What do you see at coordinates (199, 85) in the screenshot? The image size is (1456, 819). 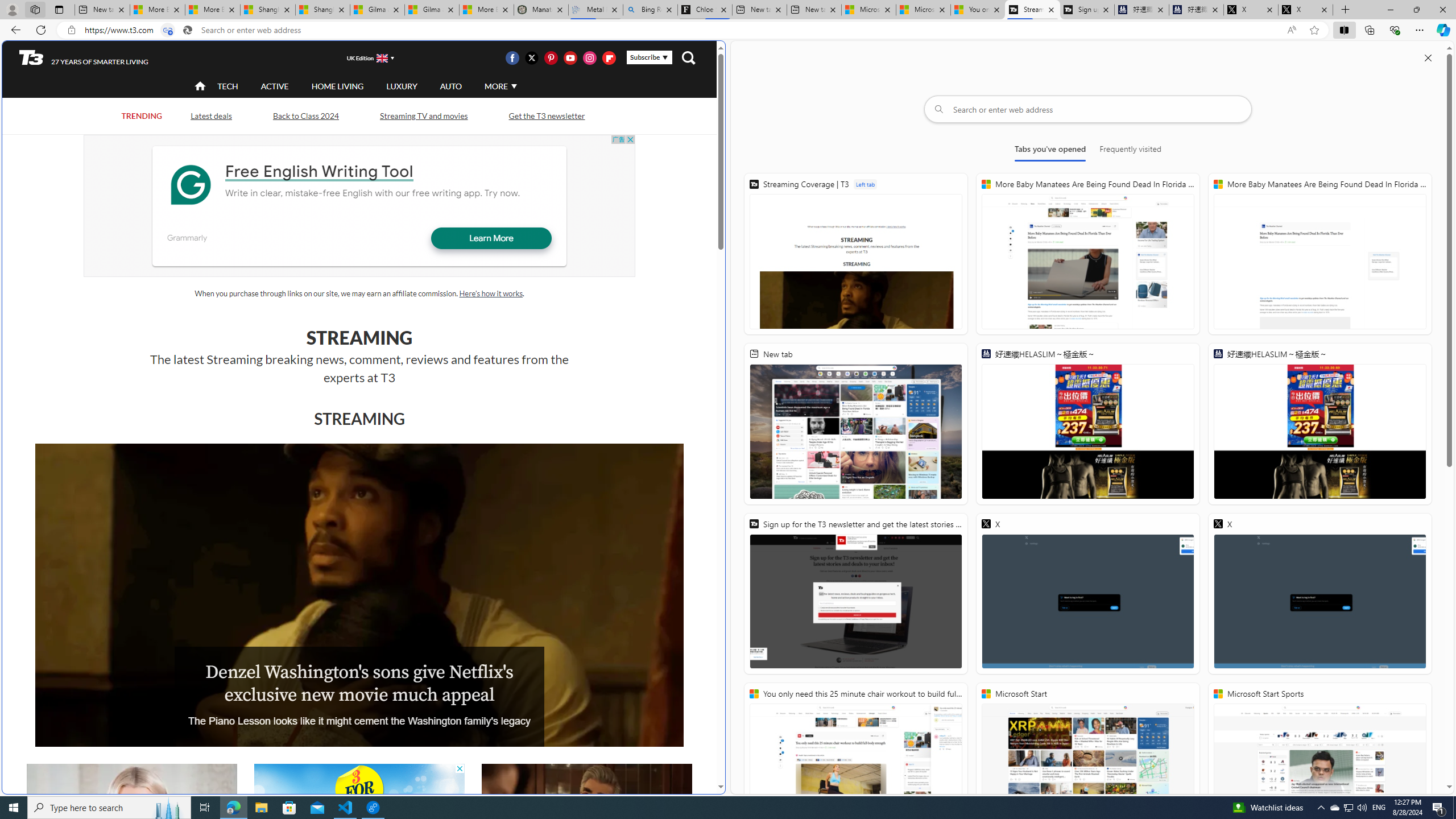 I see `'Class: navigation__item'` at bounding box center [199, 85].